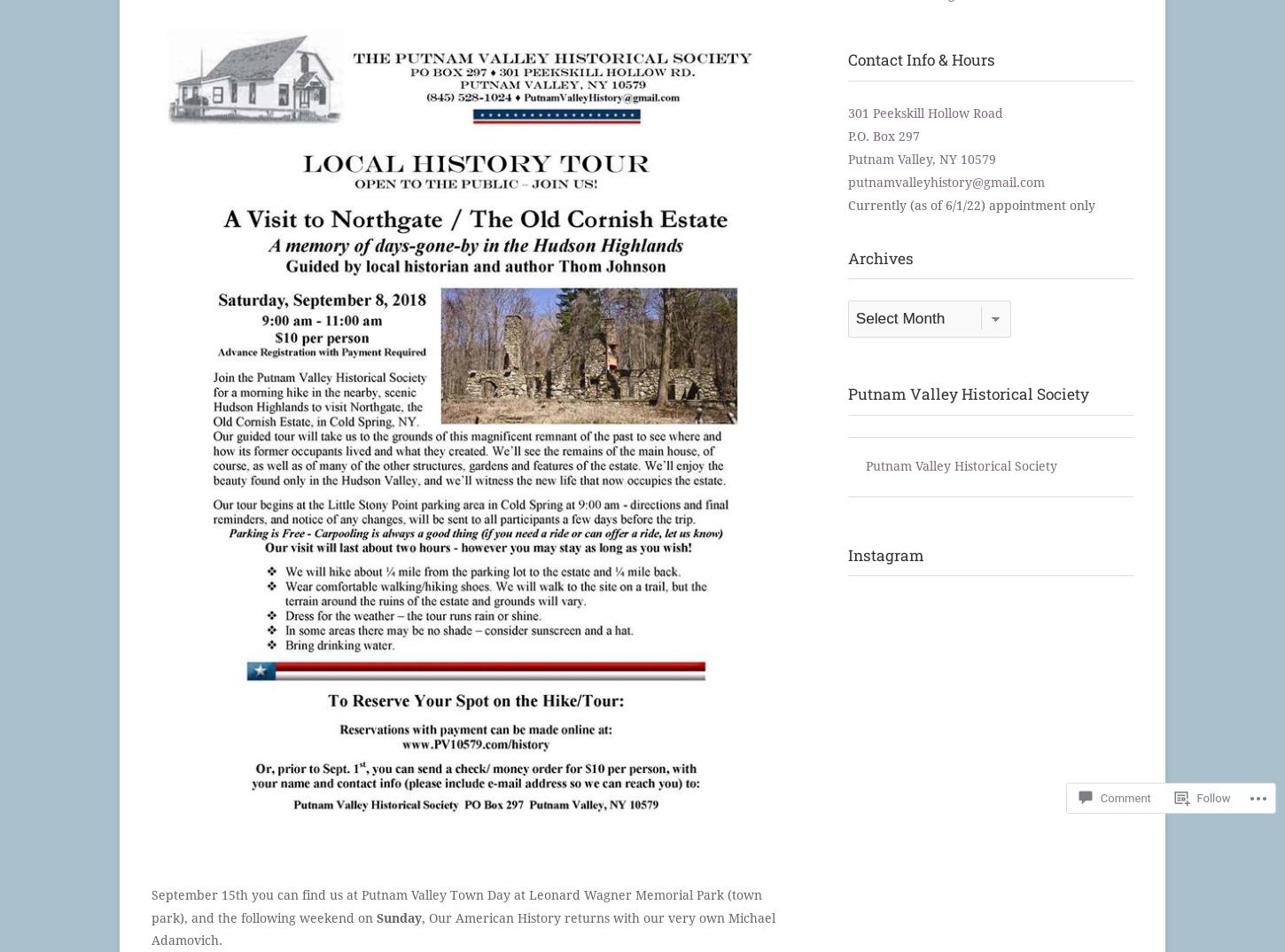 This screenshot has width=1285, height=952. What do you see at coordinates (845, 59) in the screenshot?
I see `'Contact Info & Hours'` at bounding box center [845, 59].